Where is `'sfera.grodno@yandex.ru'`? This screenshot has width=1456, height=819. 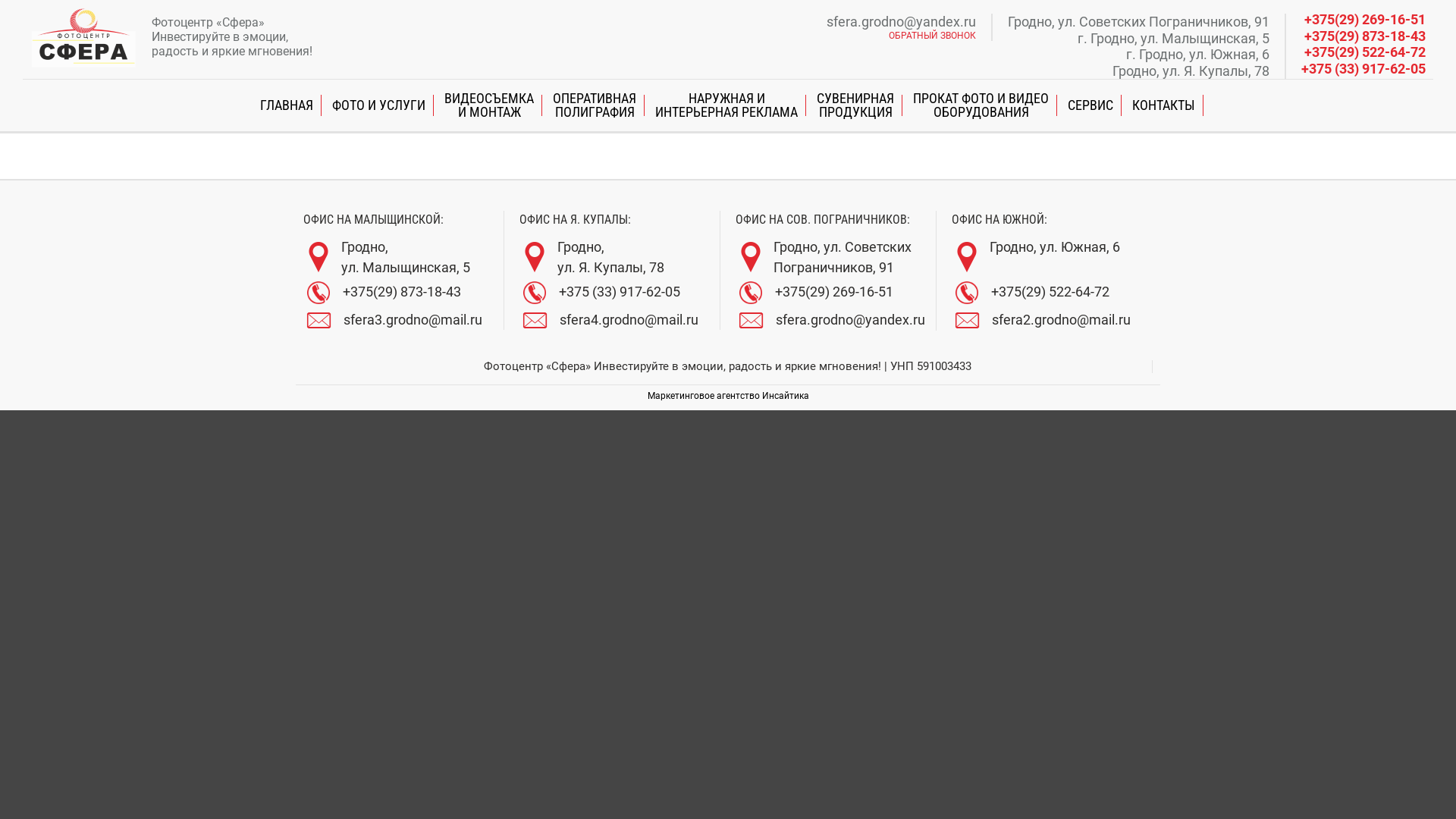 'sfera.grodno@yandex.ru' is located at coordinates (901, 22).